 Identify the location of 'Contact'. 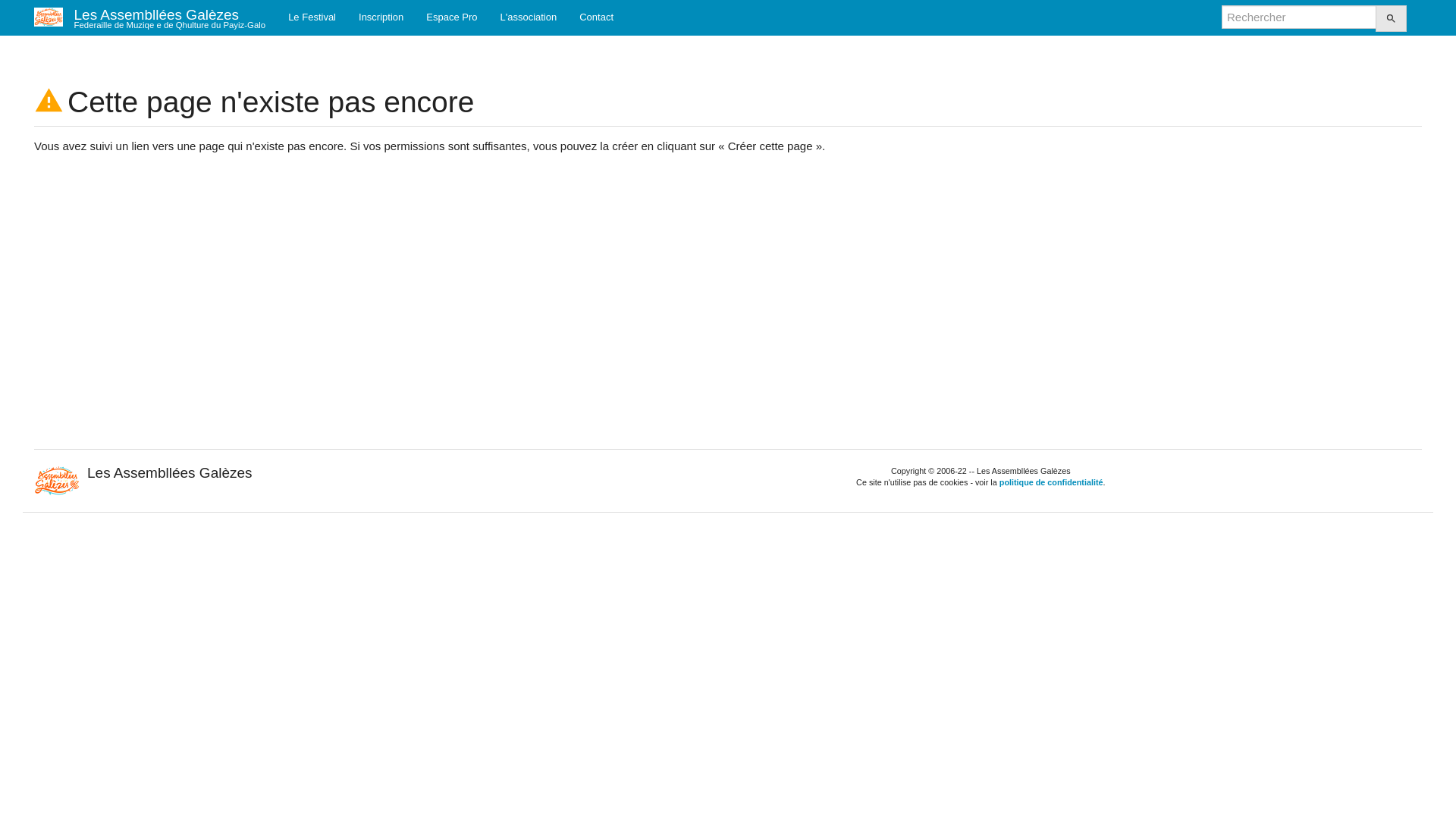
(566, 17).